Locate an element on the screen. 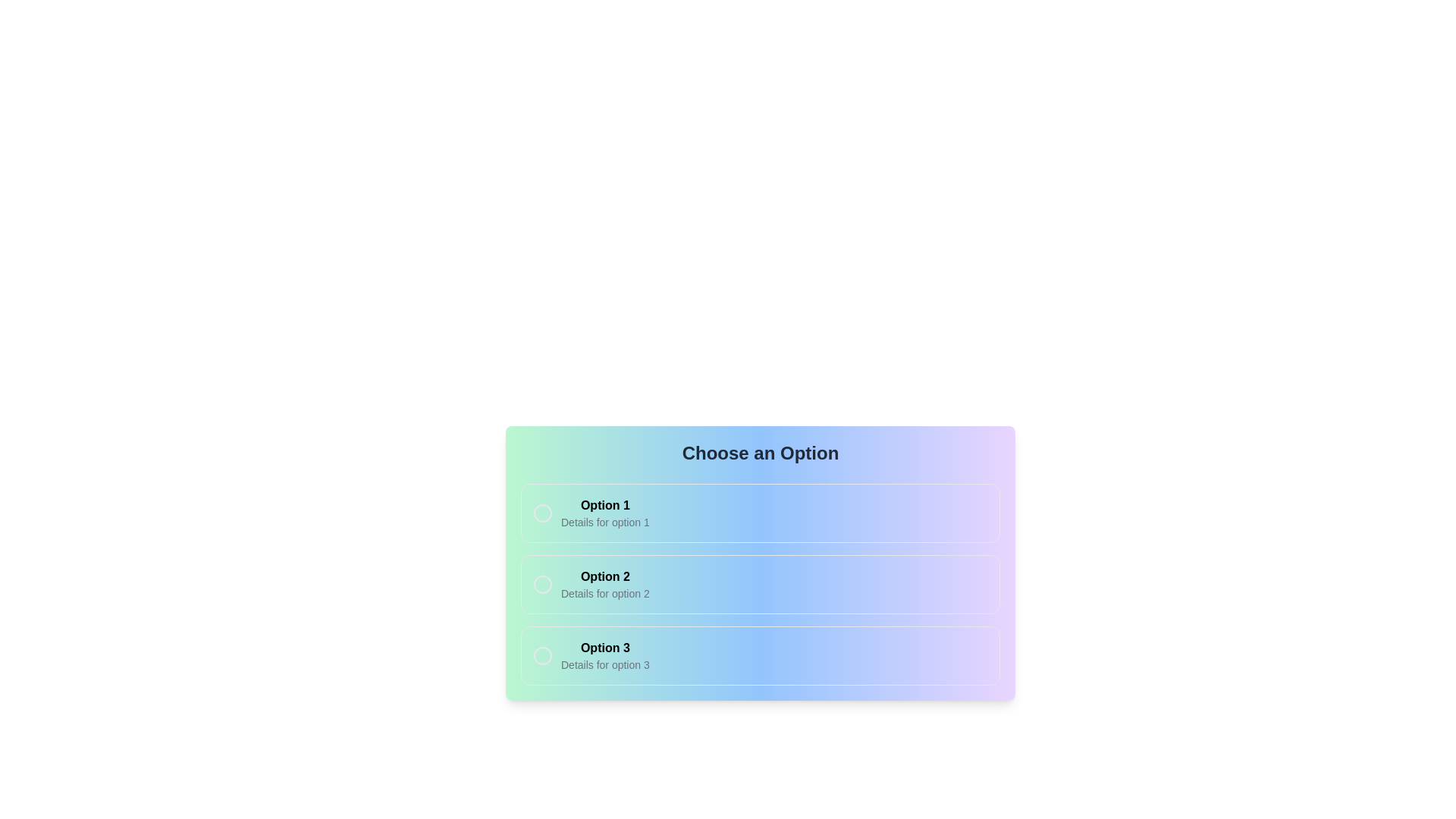 The height and width of the screenshot is (819, 1456). the text display element that provides the title and details for the first selectable option in the list to read its content is located at coordinates (604, 513).